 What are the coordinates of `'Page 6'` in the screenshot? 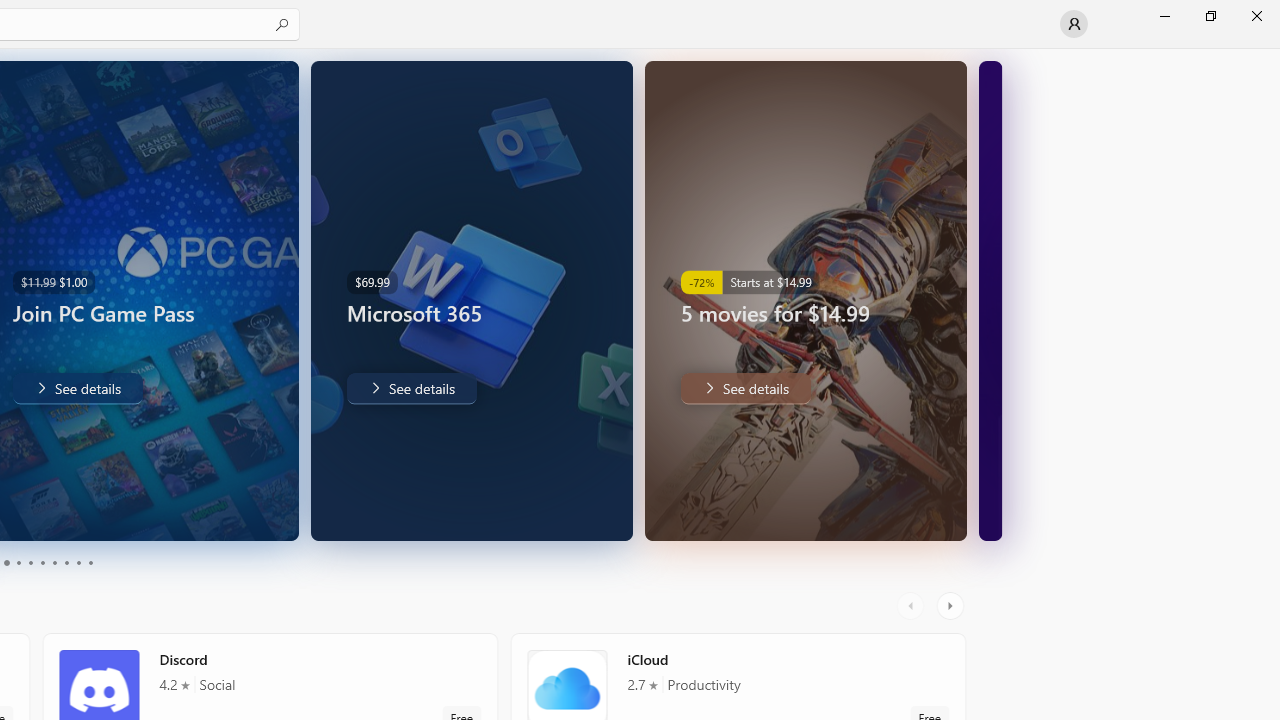 It's located at (42, 563).